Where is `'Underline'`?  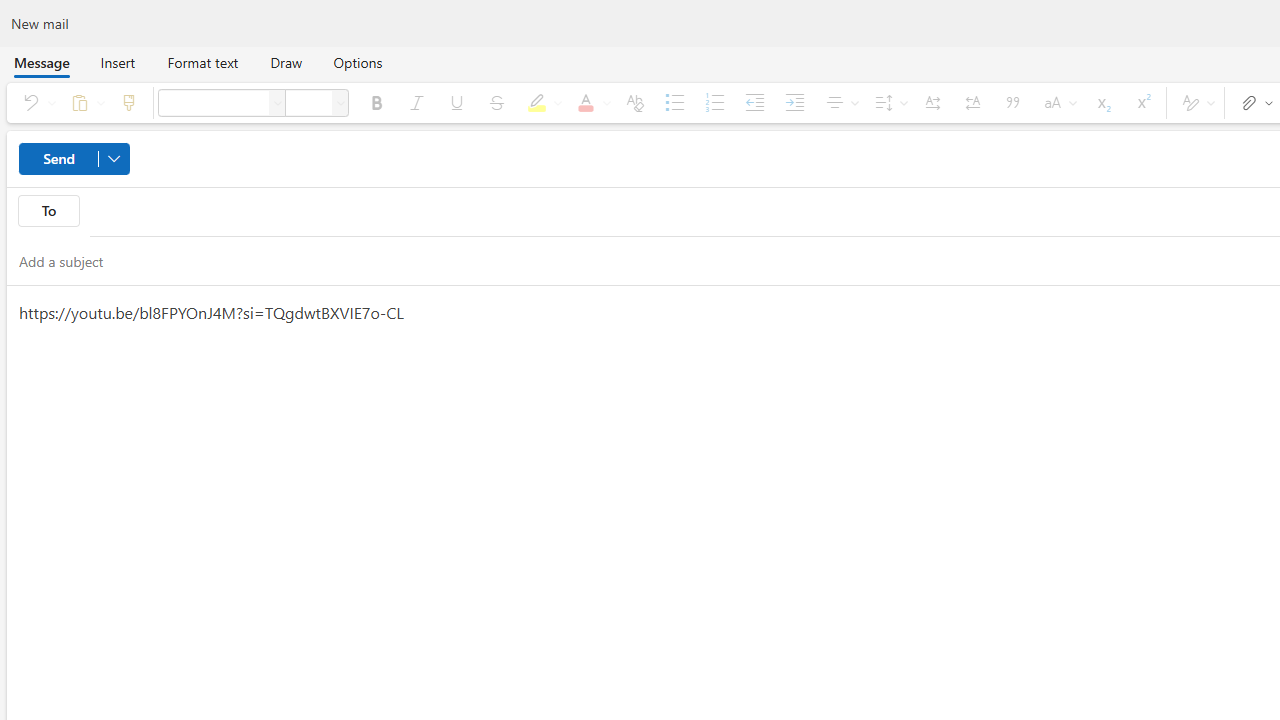 'Underline' is located at coordinates (455, 102).